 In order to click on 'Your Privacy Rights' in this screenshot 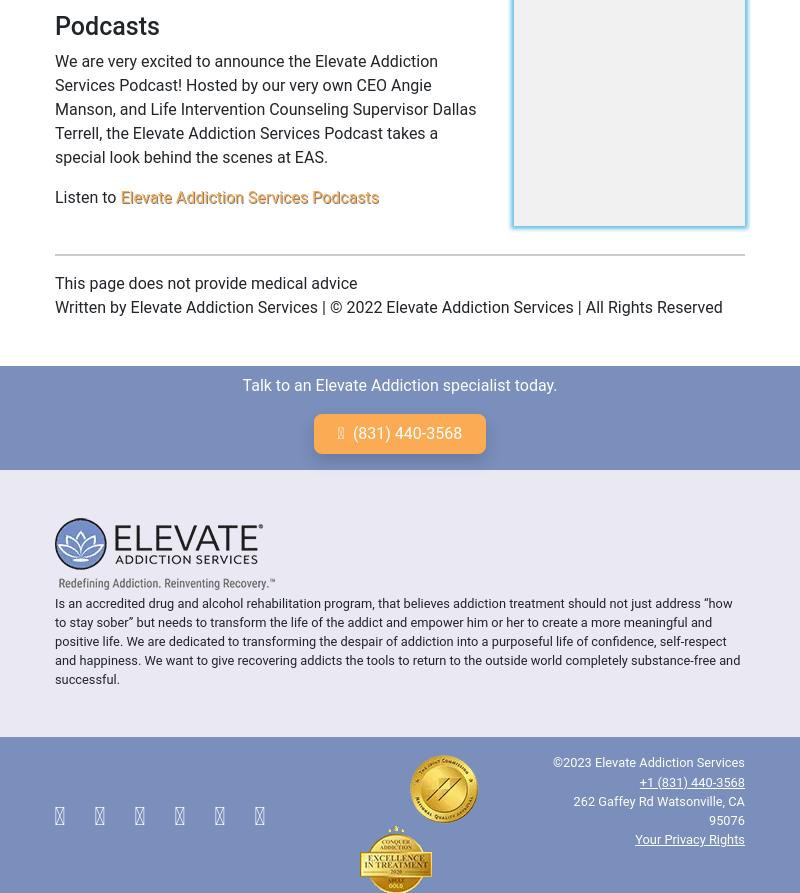, I will do `click(689, 838)`.